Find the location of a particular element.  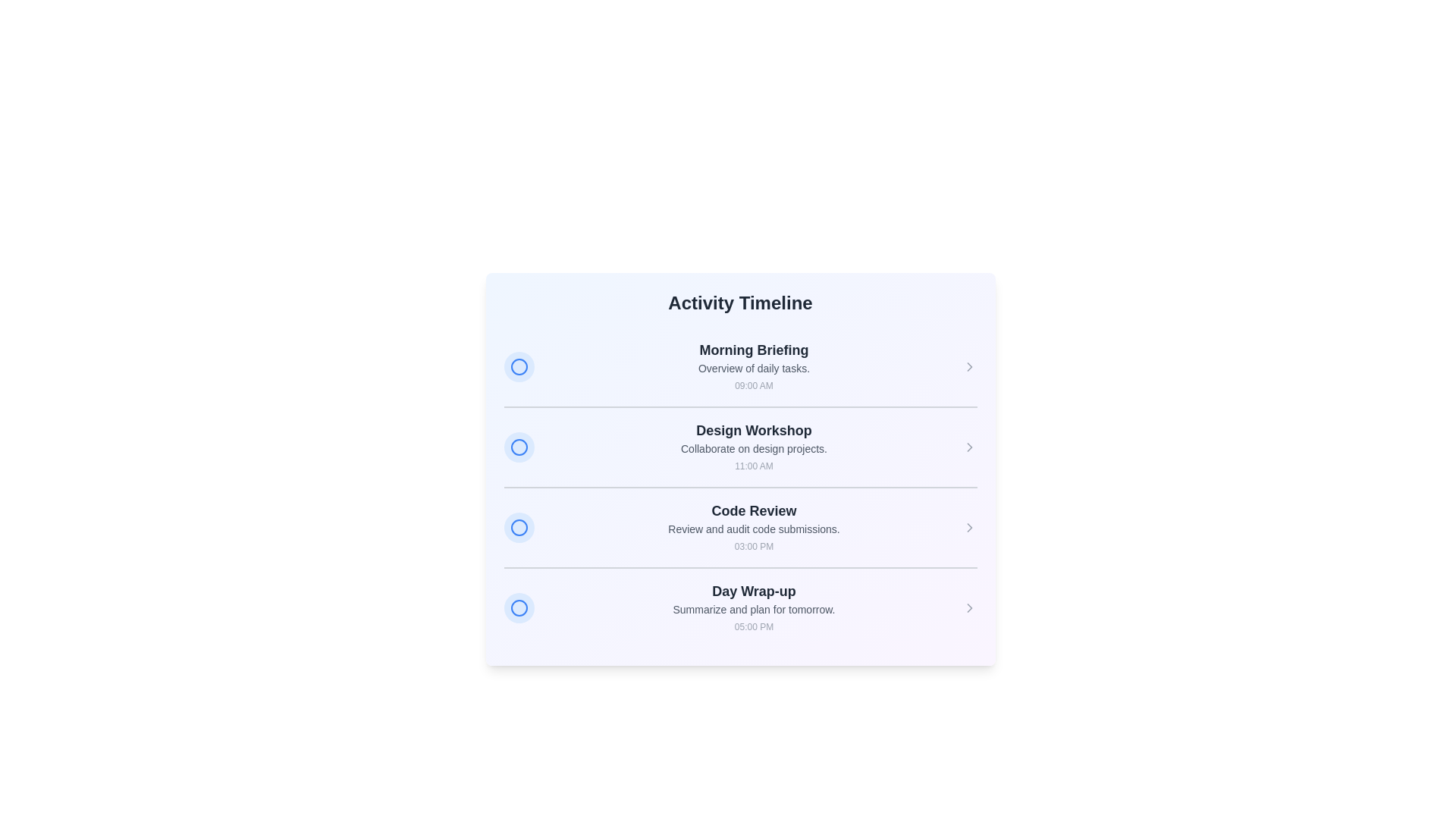

the text label indicating the scheduled time for the 'Morning Briefing' activity, which displays '09:00 AM' and is positioned in the bottom-right part of the 'Morning Briefing' section is located at coordinates (754, 385).